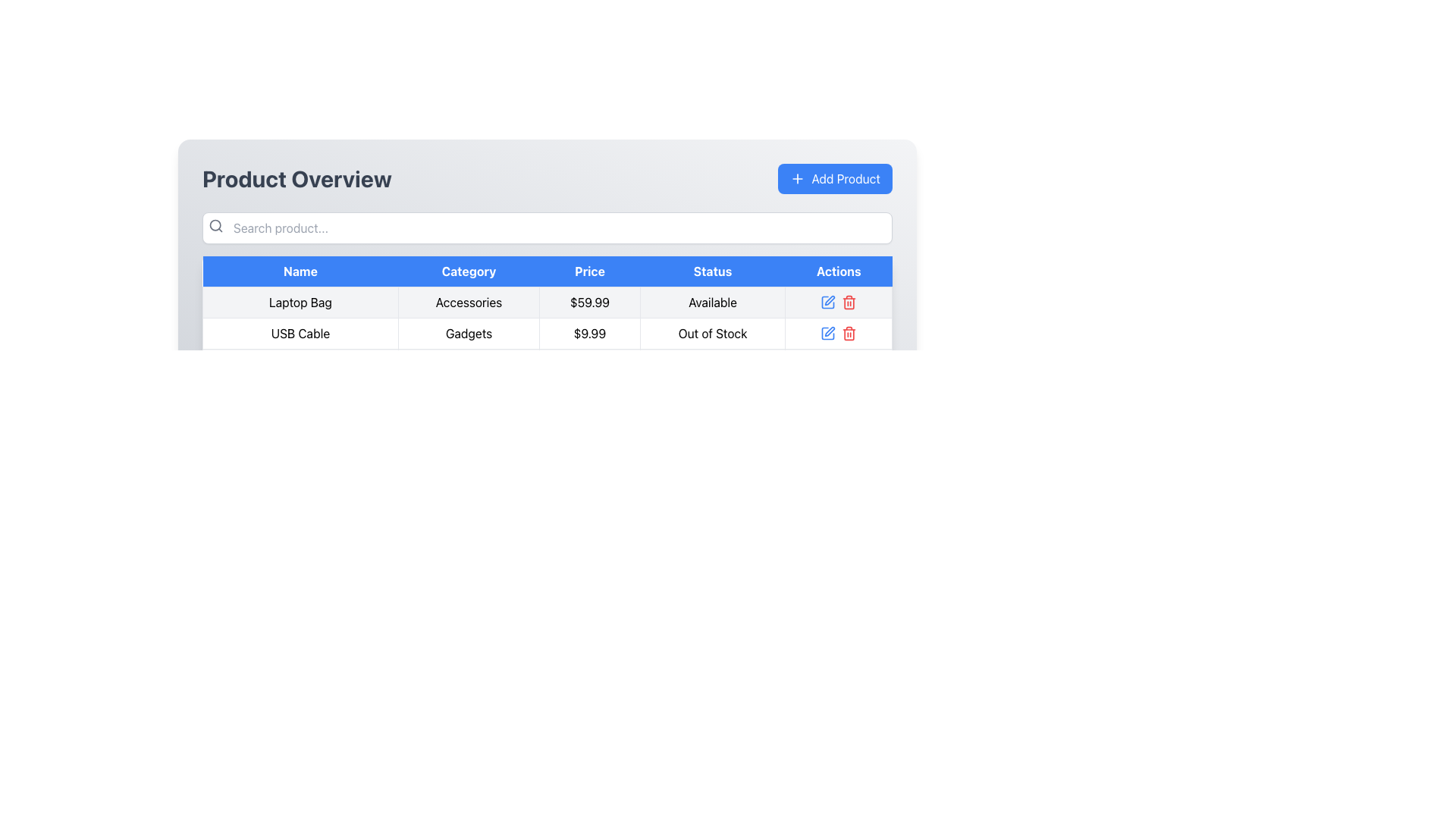 This screenshot has height=819, width=1456. I want to click on the static text element that serves as the title or header for the section, located at the top left of the page, to orient the user to the subsequent interface area, so click(297, 177).